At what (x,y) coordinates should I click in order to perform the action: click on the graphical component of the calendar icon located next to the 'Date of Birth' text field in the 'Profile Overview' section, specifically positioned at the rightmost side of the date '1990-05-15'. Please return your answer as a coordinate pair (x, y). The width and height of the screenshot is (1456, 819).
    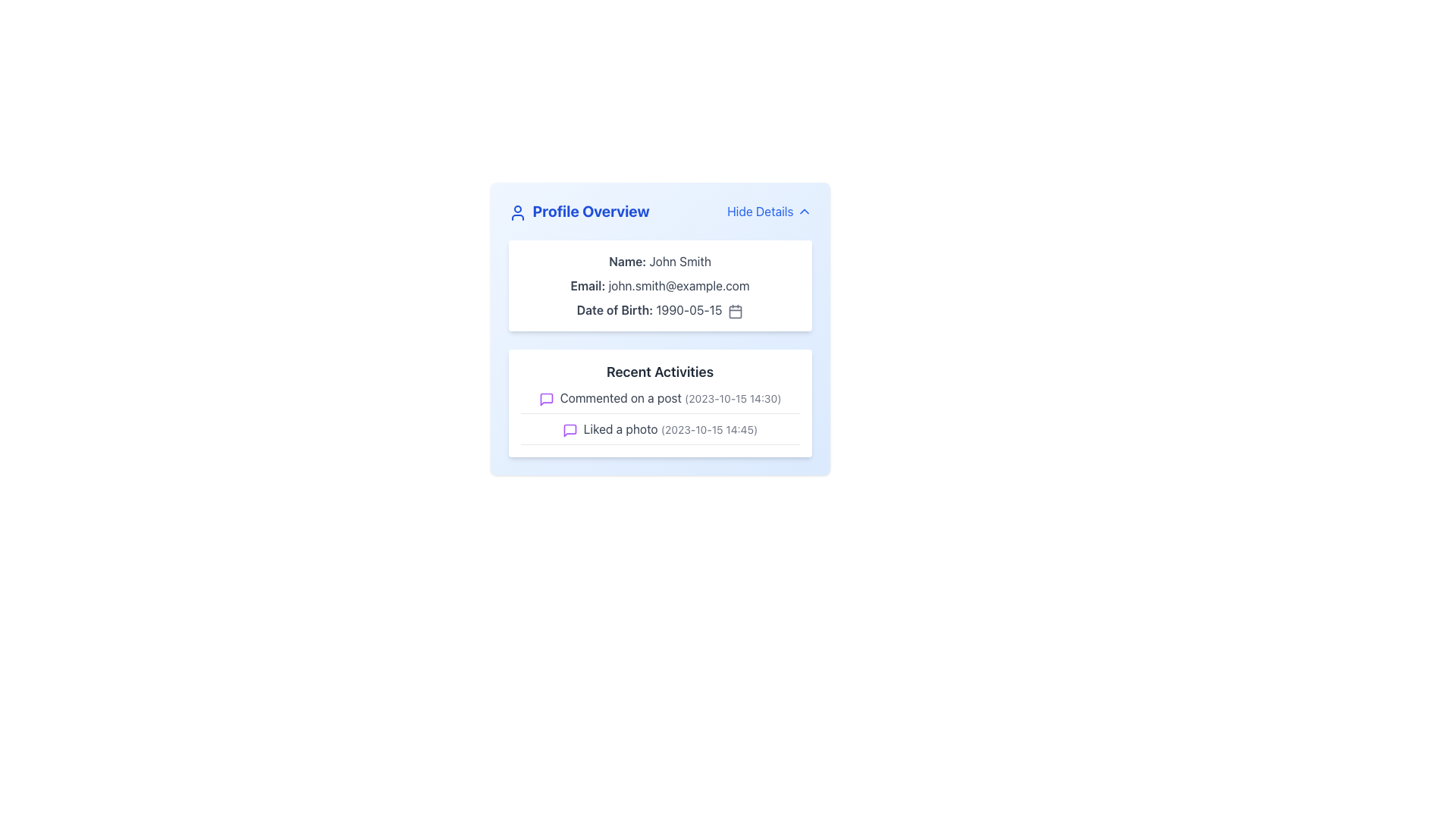
    Looking at the image, I should click on (736, 311).